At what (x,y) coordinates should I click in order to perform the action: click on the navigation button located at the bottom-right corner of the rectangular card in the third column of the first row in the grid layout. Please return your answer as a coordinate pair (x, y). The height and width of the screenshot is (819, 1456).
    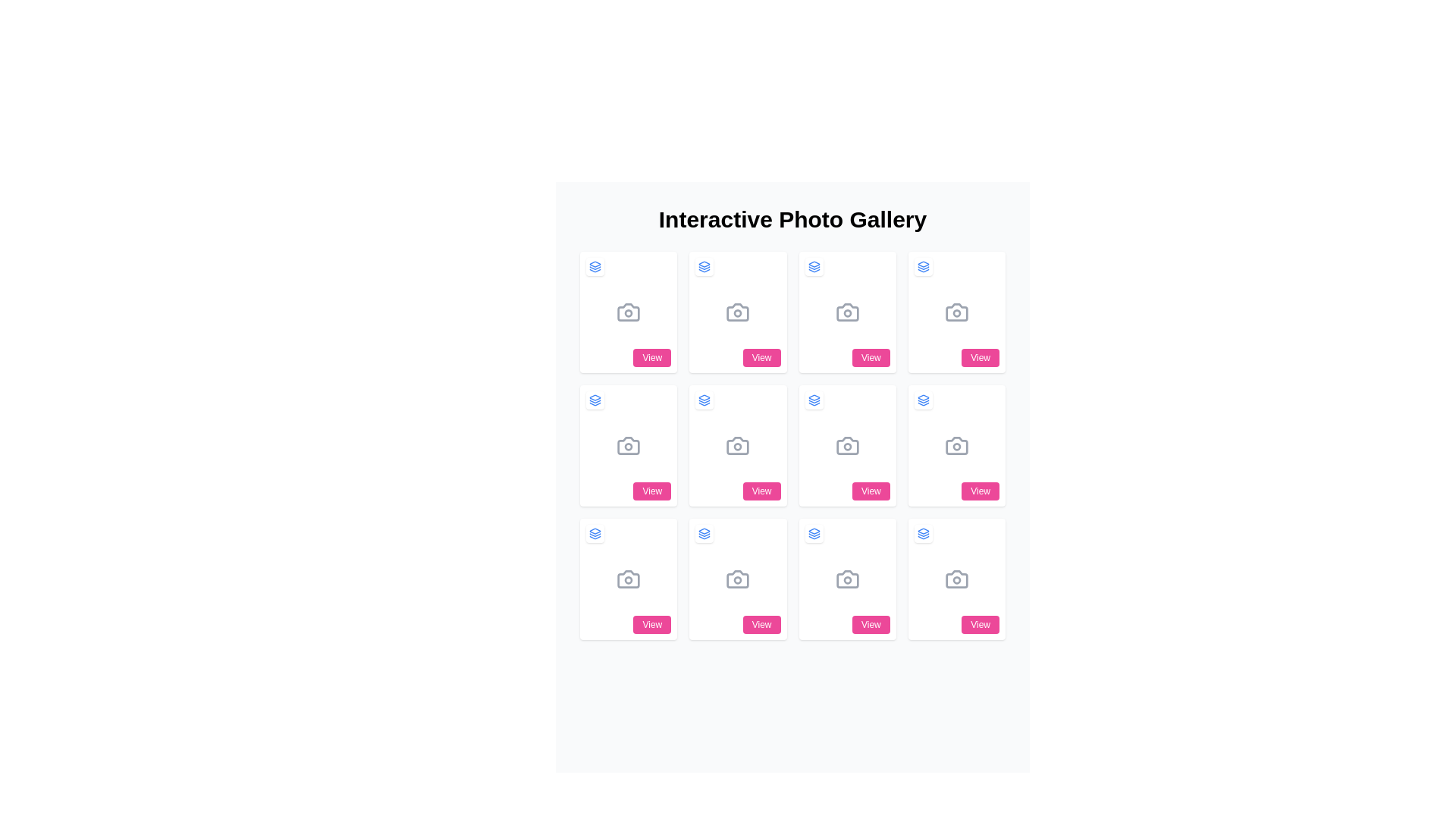
    Looking at the image, I should click on (871, 357).